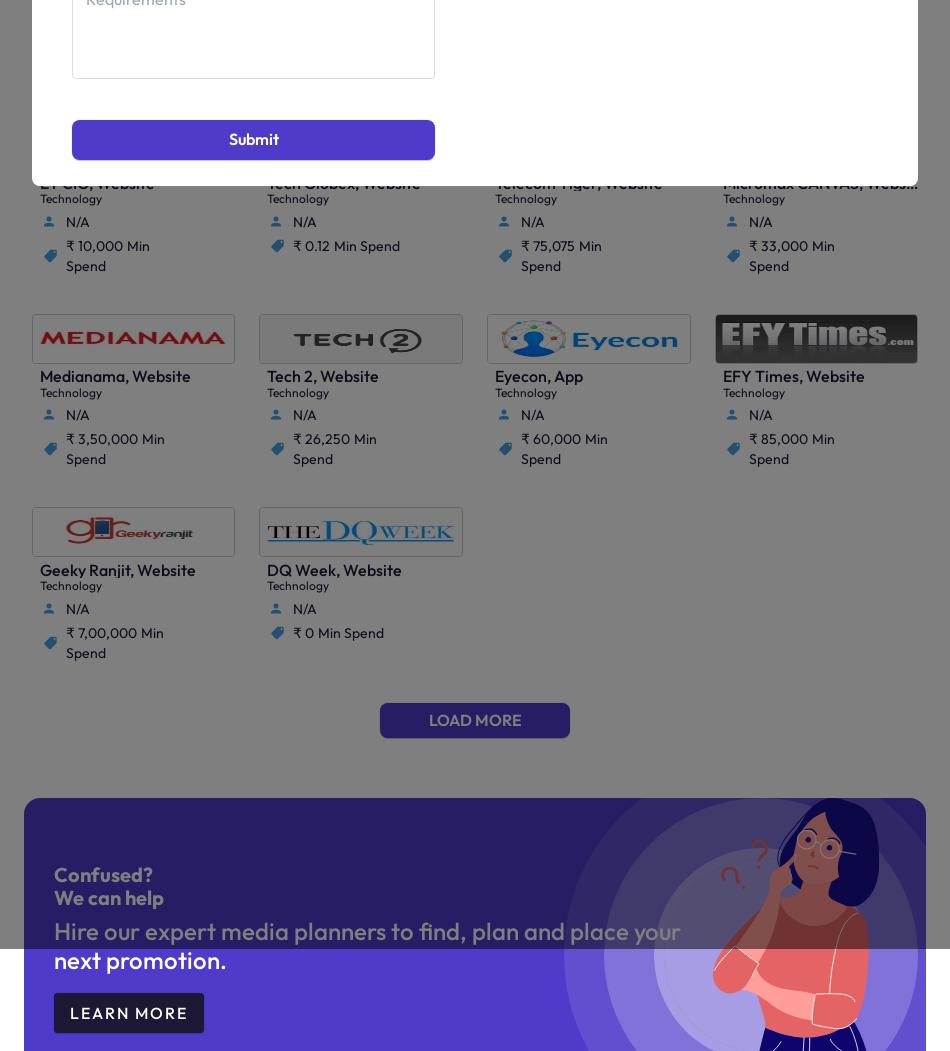 Image resolution: width=950 pixels, height=1051 pixels. Describe the element at coordinates (302, 630) in the screenshot. I see `'₹ 0'` at that location.